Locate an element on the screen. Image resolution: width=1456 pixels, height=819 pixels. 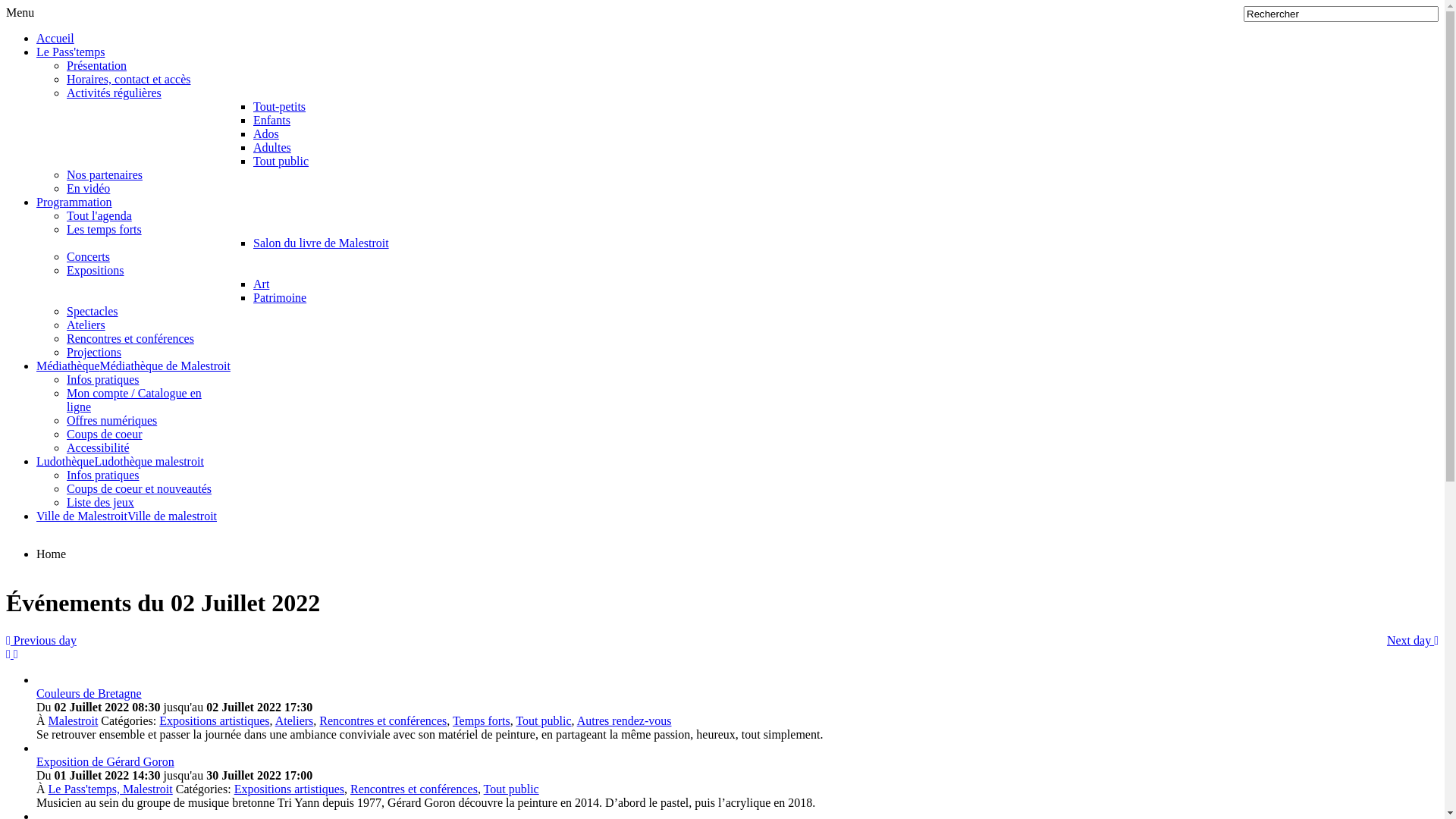
'Couleurs de Bretagne' is located at coordinates (88, 693).